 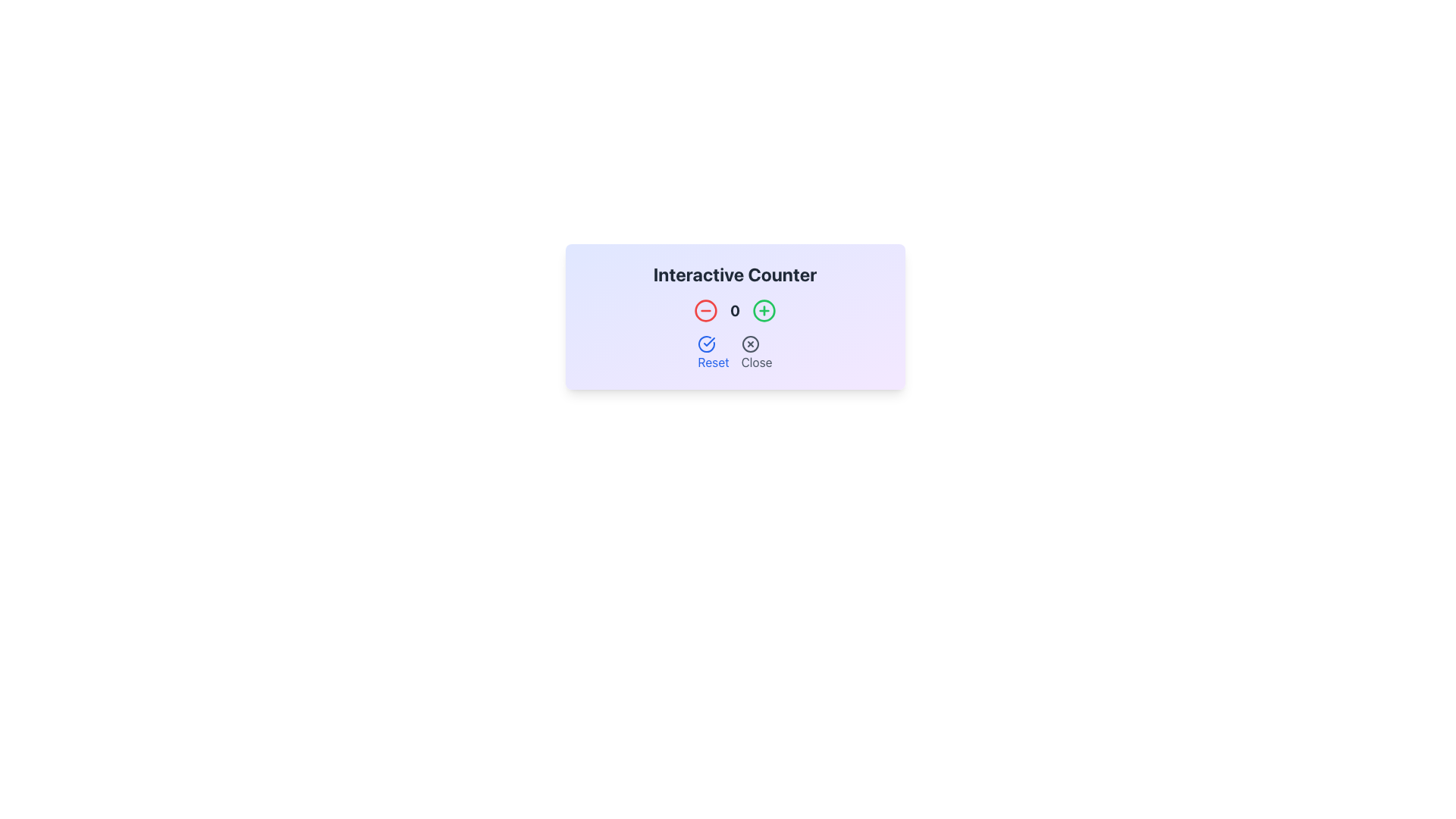 I want to click on the 'Close' button located at the bottom-right of the 'Reset Close' group, so click(x=757, y=353).